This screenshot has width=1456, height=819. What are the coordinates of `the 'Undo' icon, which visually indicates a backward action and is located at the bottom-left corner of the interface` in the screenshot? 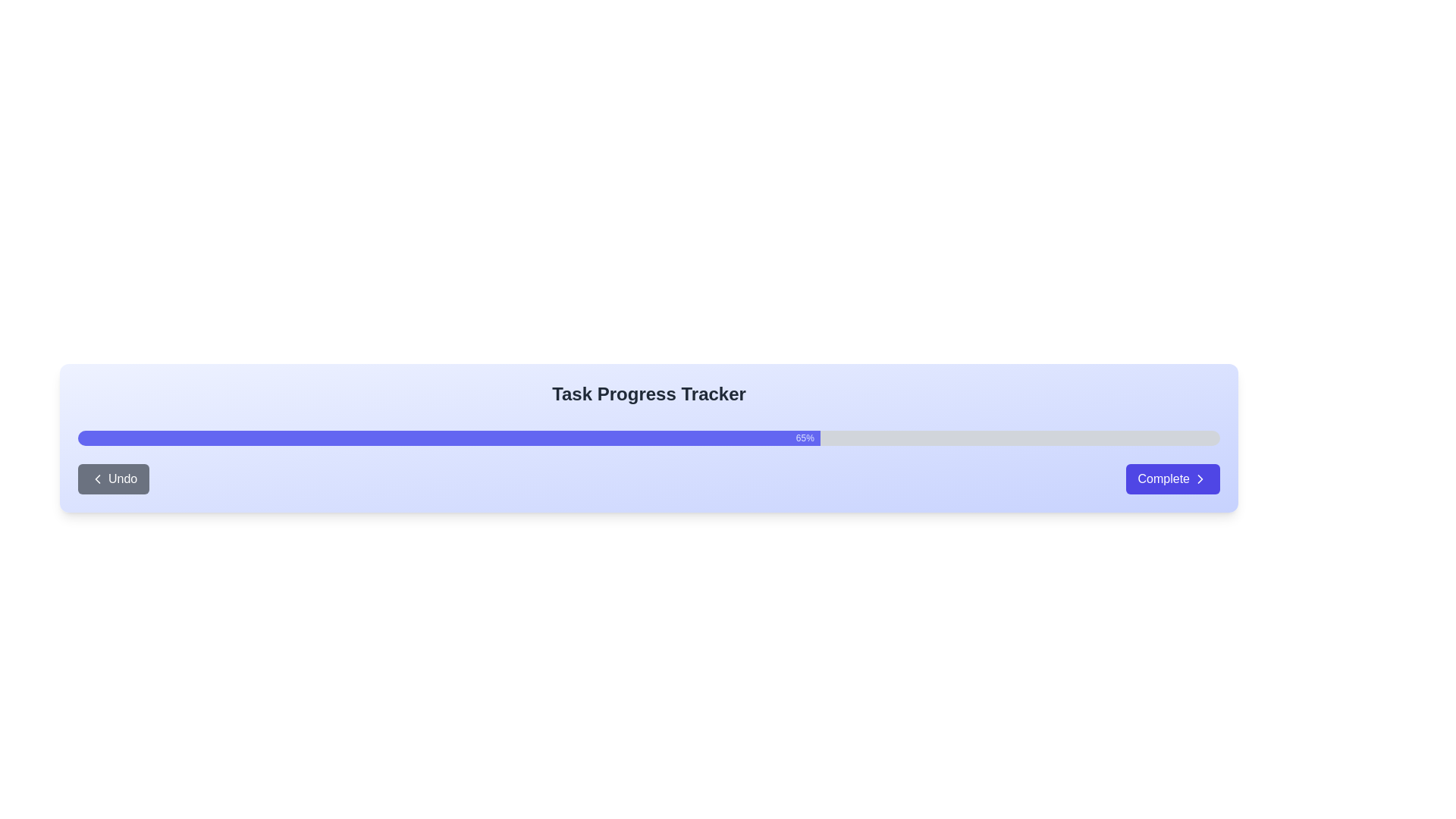 It's located at (97, 479).